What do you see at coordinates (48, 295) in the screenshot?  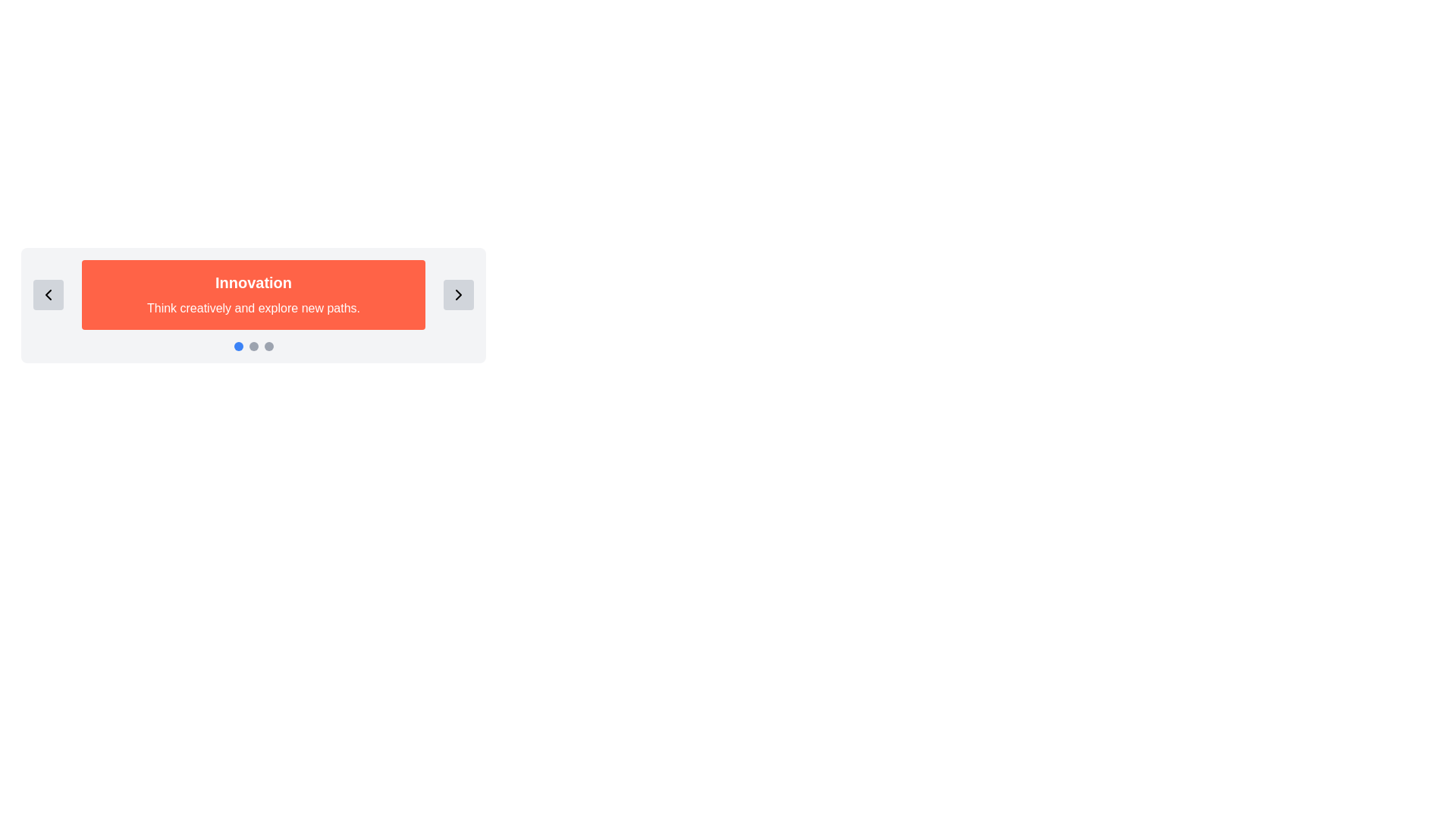 I see `the navigation button on the left side of the carousel` at bounding box center [48, 295].